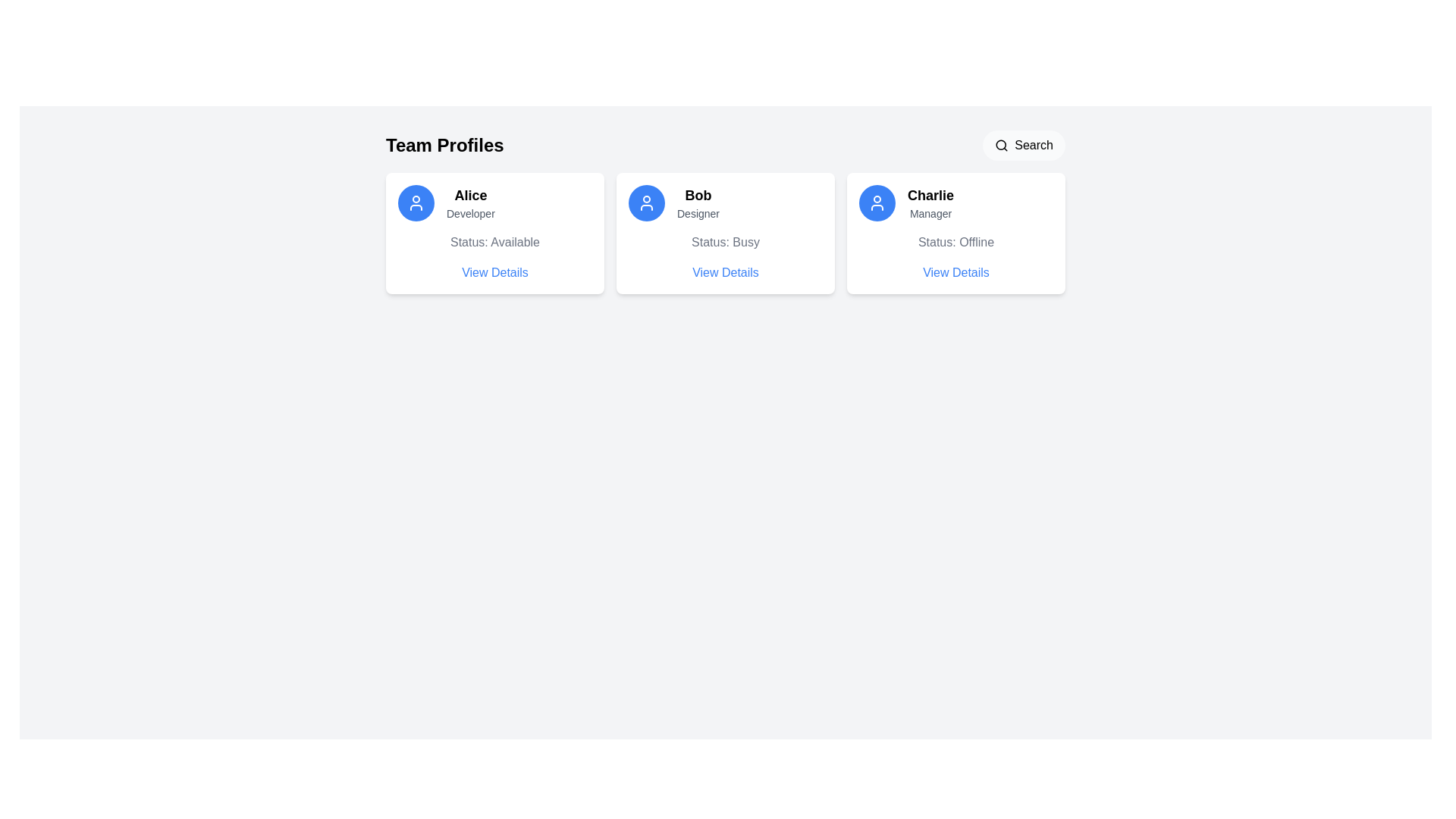 This screenshot has width=1456, height=819. I want to click on the interactive text button labeled 'View Details' located in the bottom-right part of the profile card for 'Bob - Designer - Status: Busy', so click(724, 271).